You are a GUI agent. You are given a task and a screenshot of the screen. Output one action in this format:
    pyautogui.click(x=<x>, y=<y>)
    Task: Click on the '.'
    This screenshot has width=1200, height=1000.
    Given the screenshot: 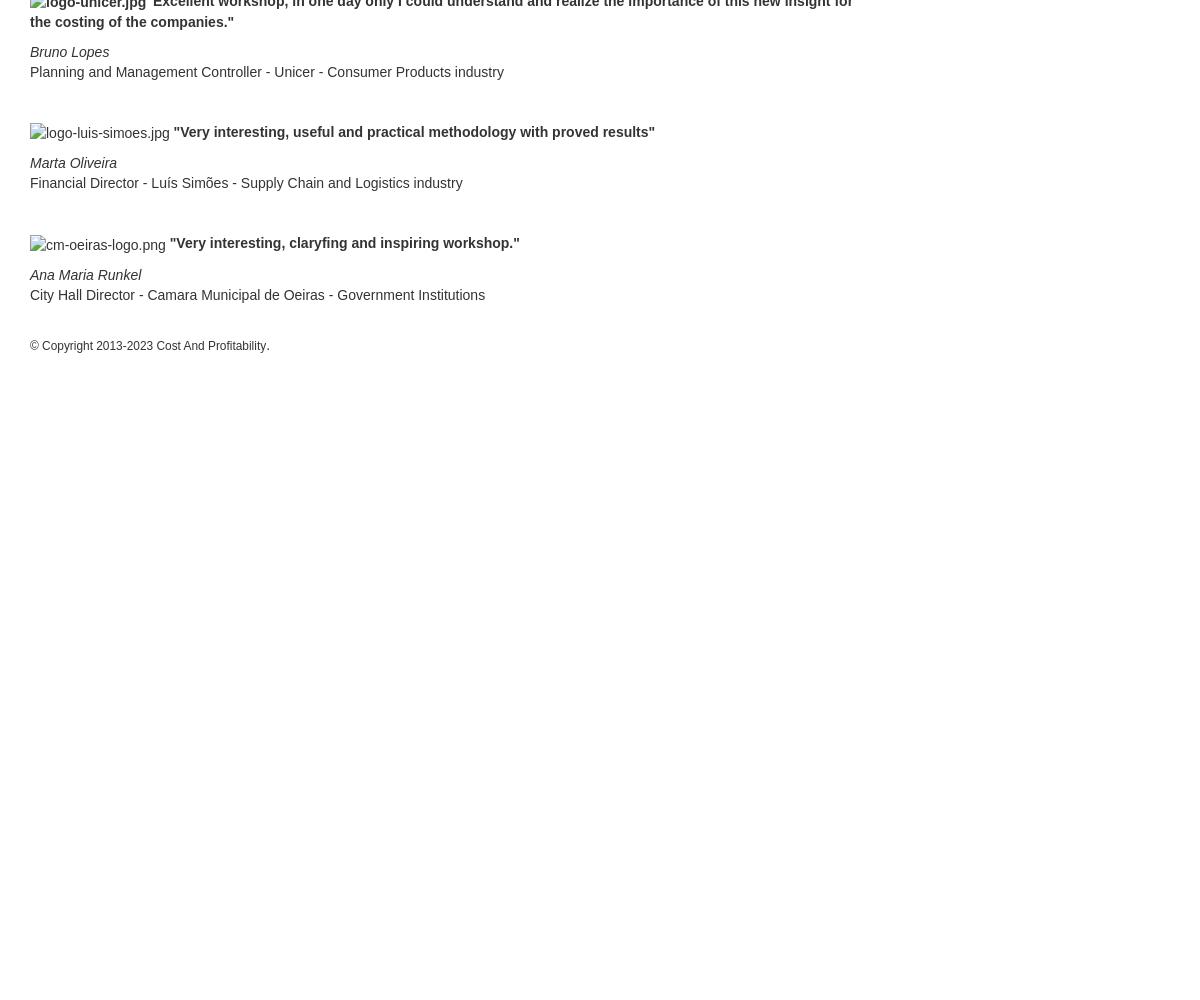 What is the action you would take?
    pyautogui.click(x=266, y=343)
    